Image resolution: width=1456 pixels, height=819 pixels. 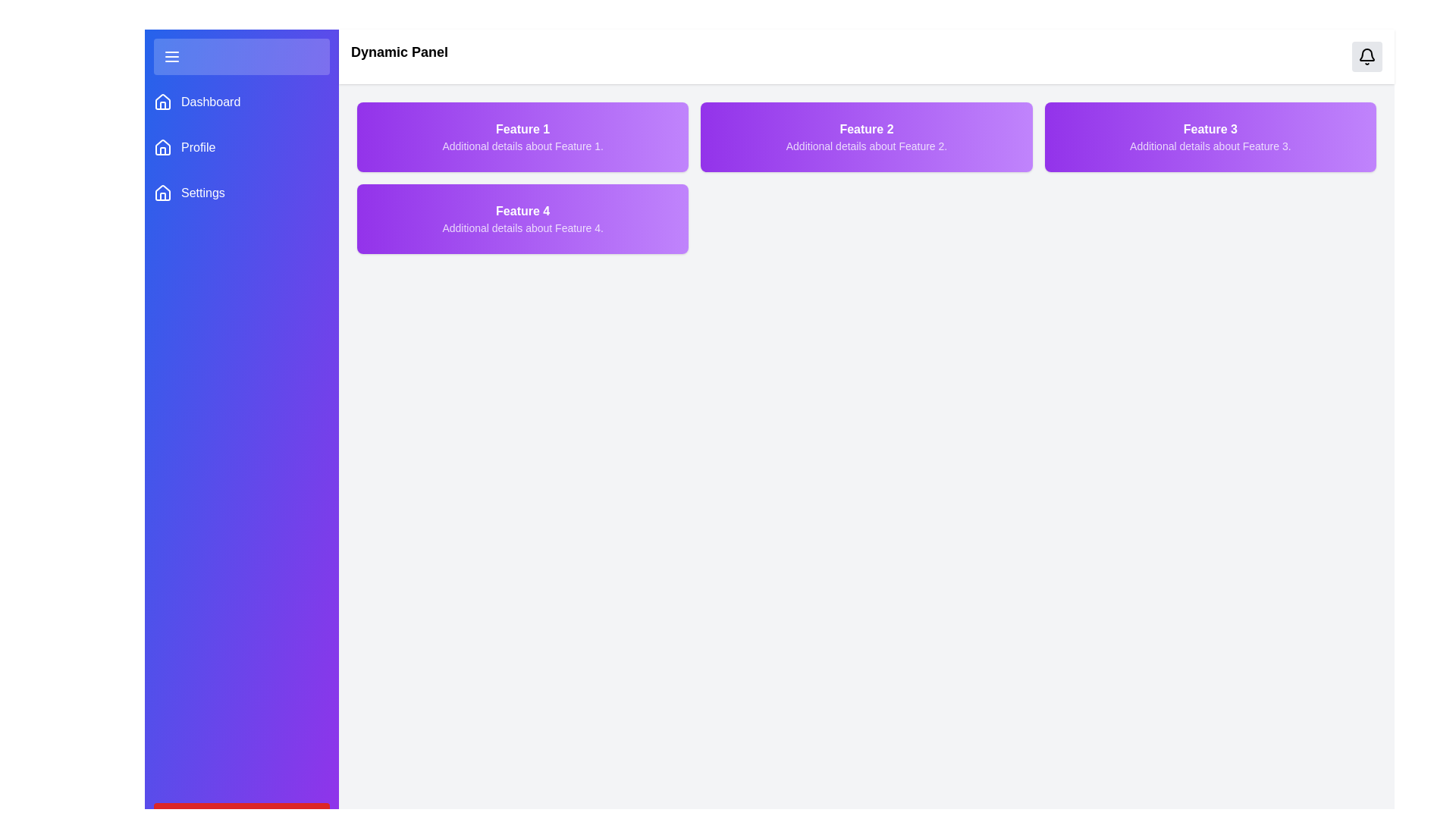 What do you see at coordinates (210, 102) in the screenshot?
I see `the 'Dashboard' text label in the sidebar navigation menu` at bounding box center [210, 102].